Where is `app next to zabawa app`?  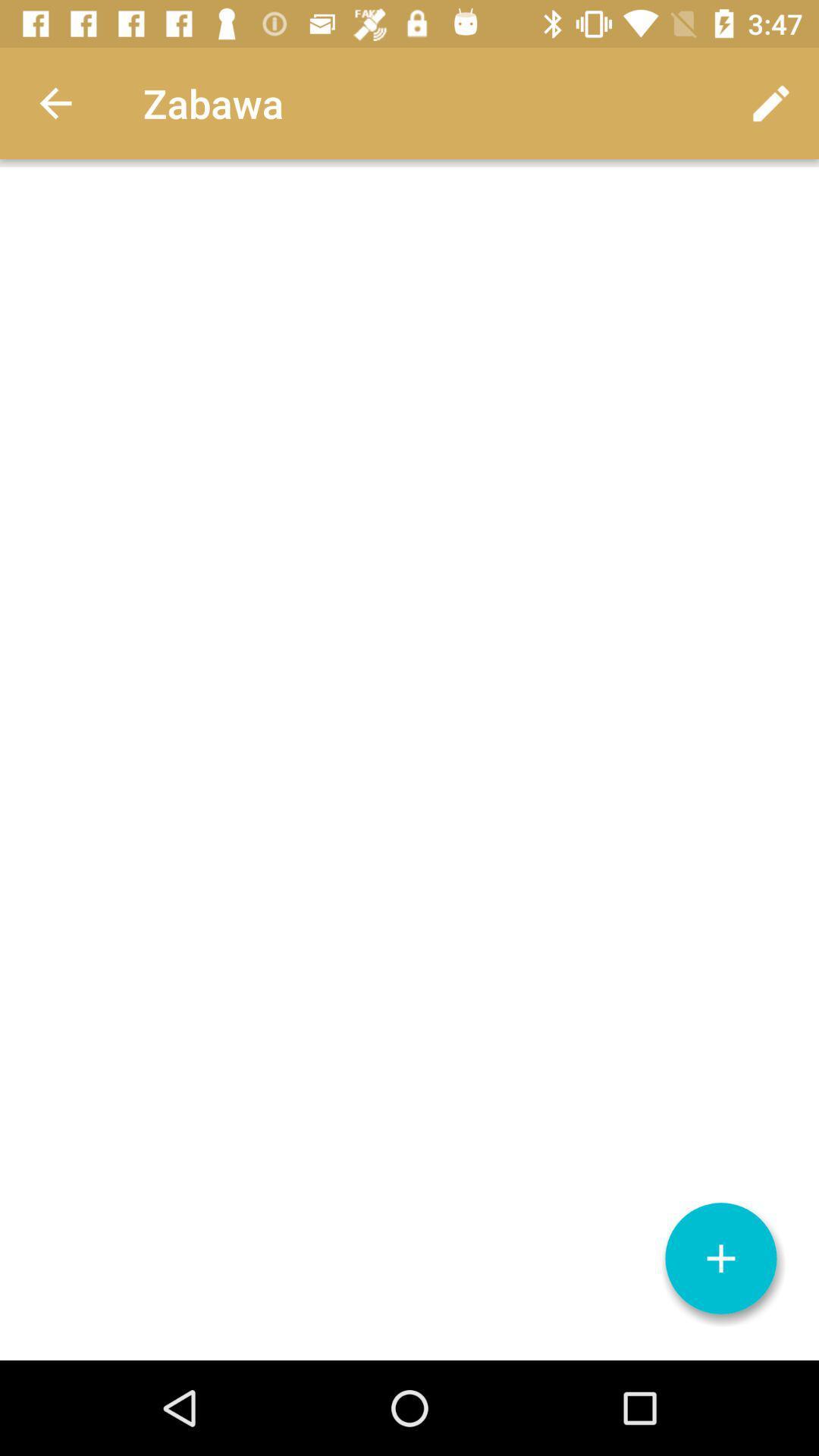
app next to zabawa app is located at coordinates (55, 102).